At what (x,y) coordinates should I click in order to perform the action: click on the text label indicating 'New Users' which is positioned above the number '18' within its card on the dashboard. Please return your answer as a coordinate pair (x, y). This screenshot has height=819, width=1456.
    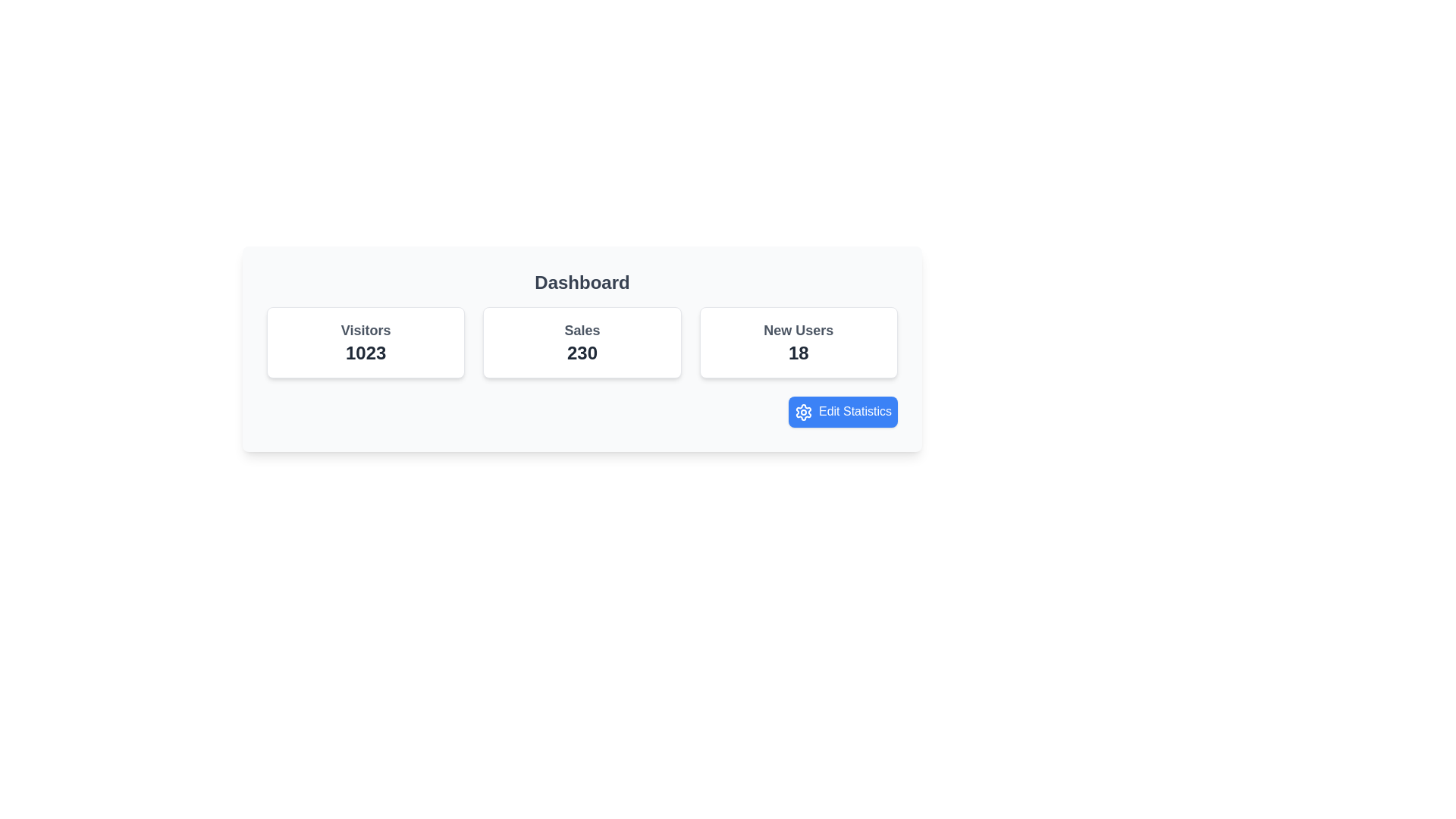
    Looking at the image, I should click on (798, 329).